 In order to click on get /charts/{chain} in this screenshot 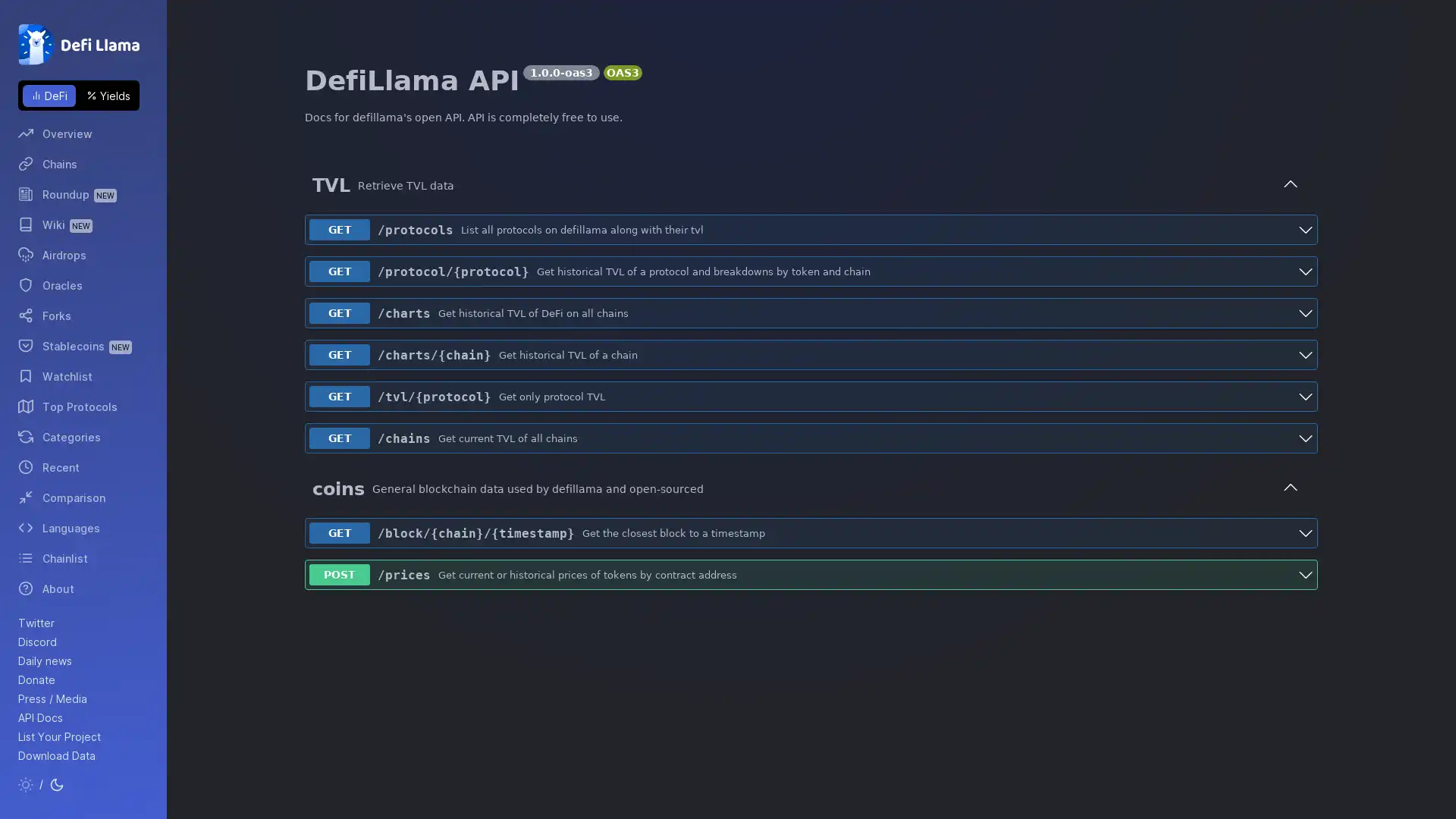, I will do `click(811, 354)`.